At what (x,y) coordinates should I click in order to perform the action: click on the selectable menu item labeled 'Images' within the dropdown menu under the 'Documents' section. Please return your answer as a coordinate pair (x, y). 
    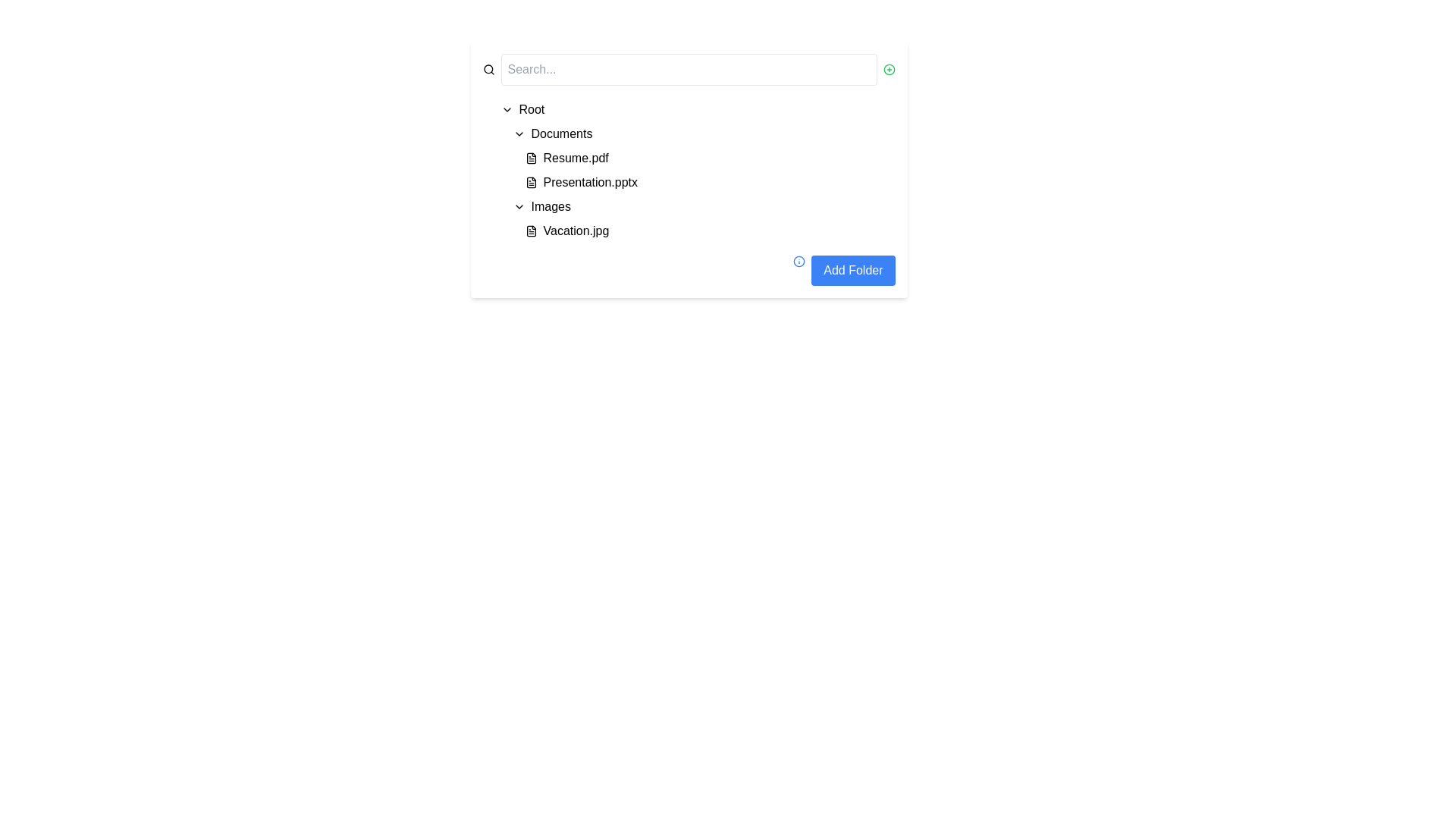
    Looking at the image, I should click on (550, 207).